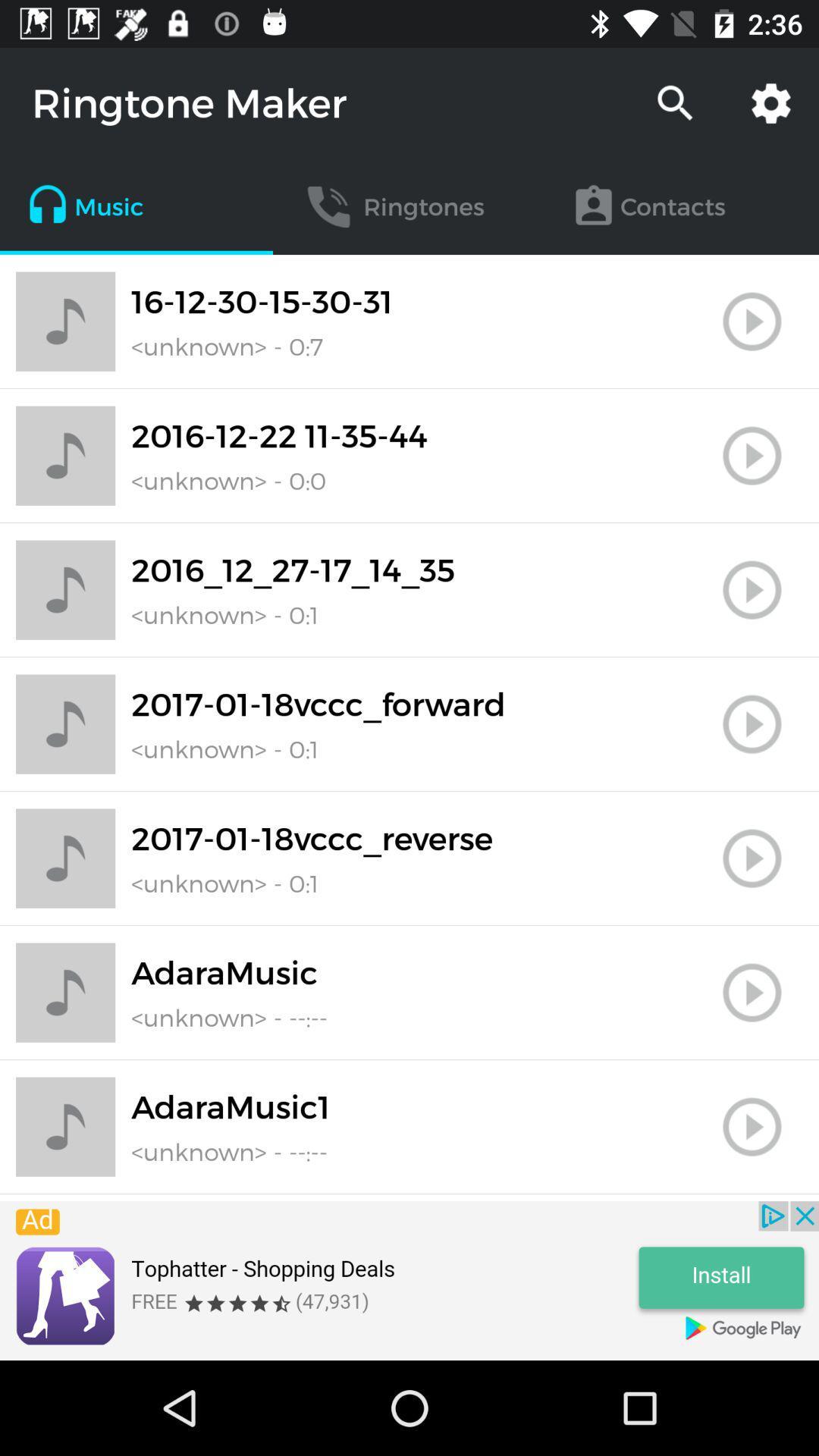 This screenshot has height=1456, width=819. I want to click on advert banner, so click(409, 1280).